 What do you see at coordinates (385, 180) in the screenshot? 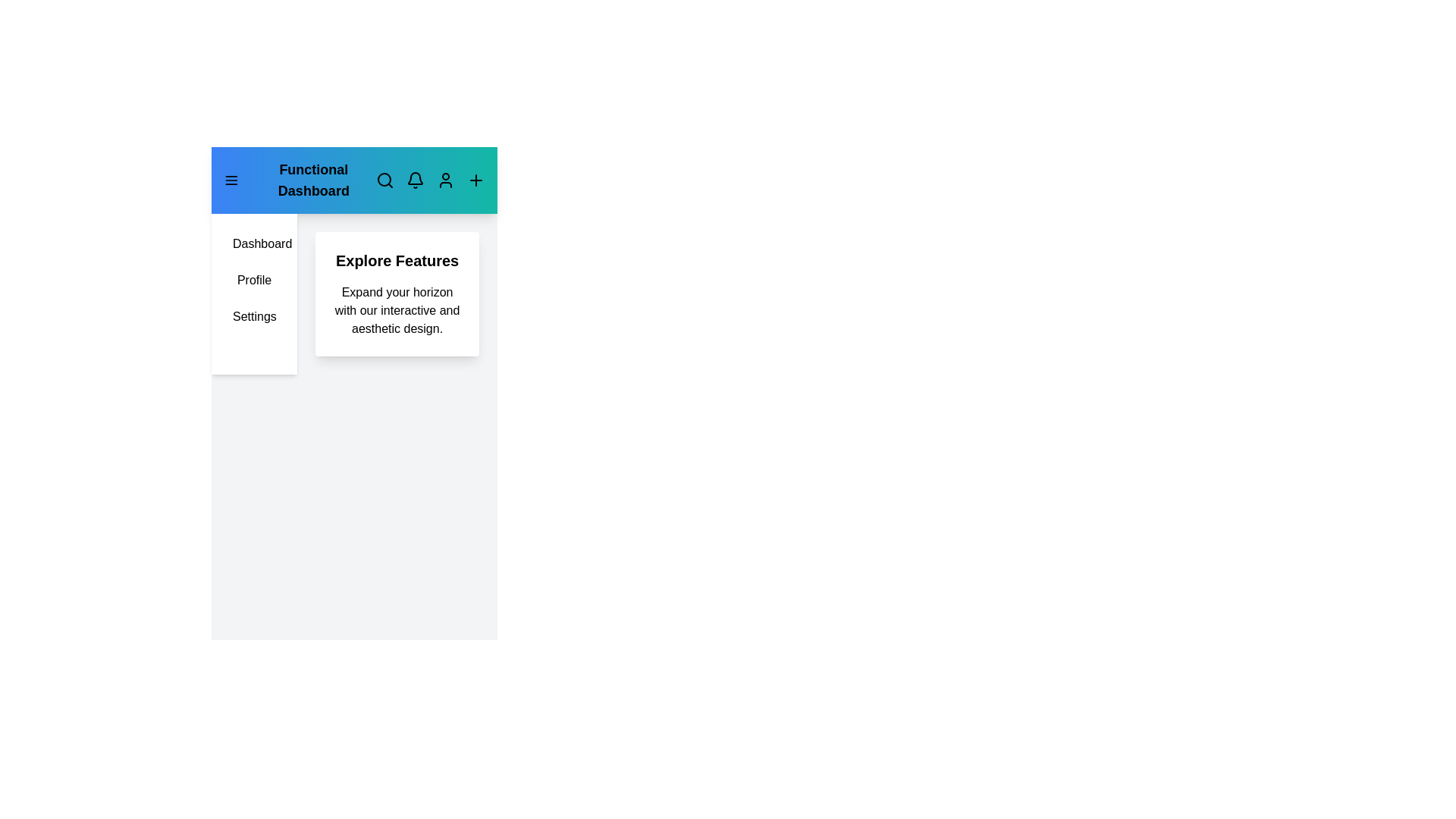
I see `the search icon to access the search functionality` at bounding box center [385, 180].